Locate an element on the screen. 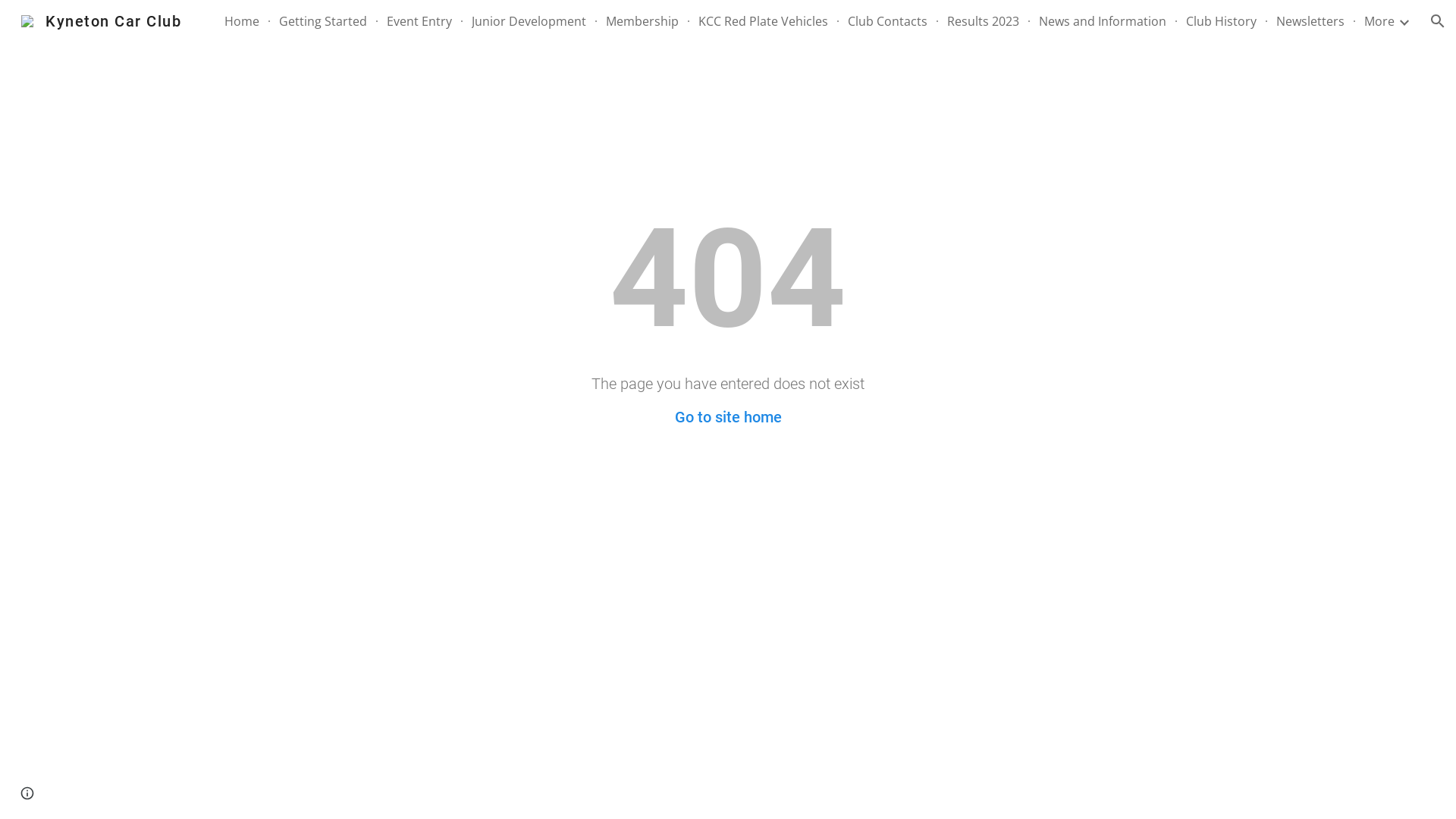 This screenshot has height=819, width=1456. 'Expand/Collapse' is located at coordinates (1403, 20).